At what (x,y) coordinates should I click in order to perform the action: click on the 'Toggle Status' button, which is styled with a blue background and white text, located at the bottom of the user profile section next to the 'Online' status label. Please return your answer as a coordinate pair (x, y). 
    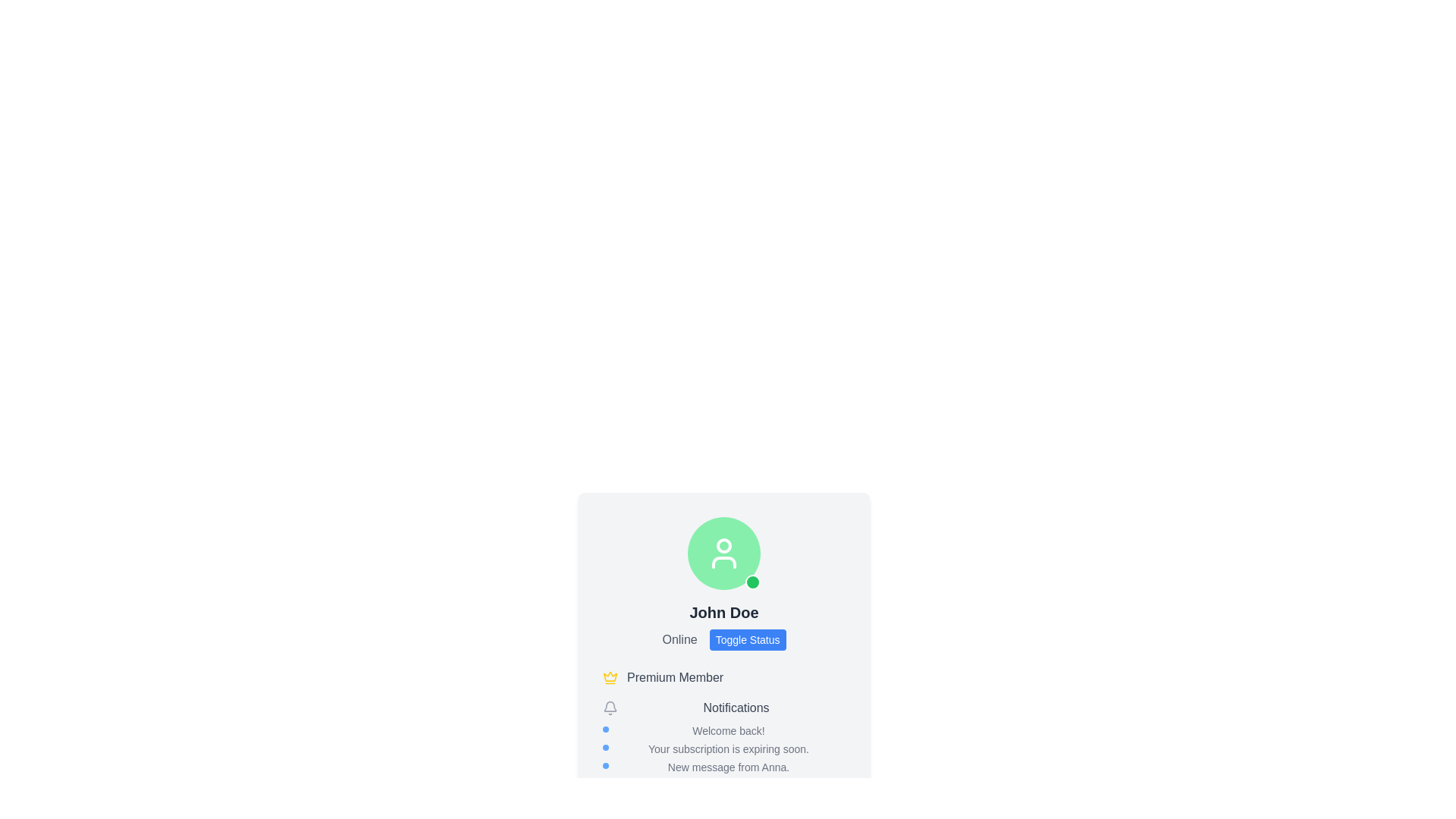
    Looking at the image, I should click on (723, 640).